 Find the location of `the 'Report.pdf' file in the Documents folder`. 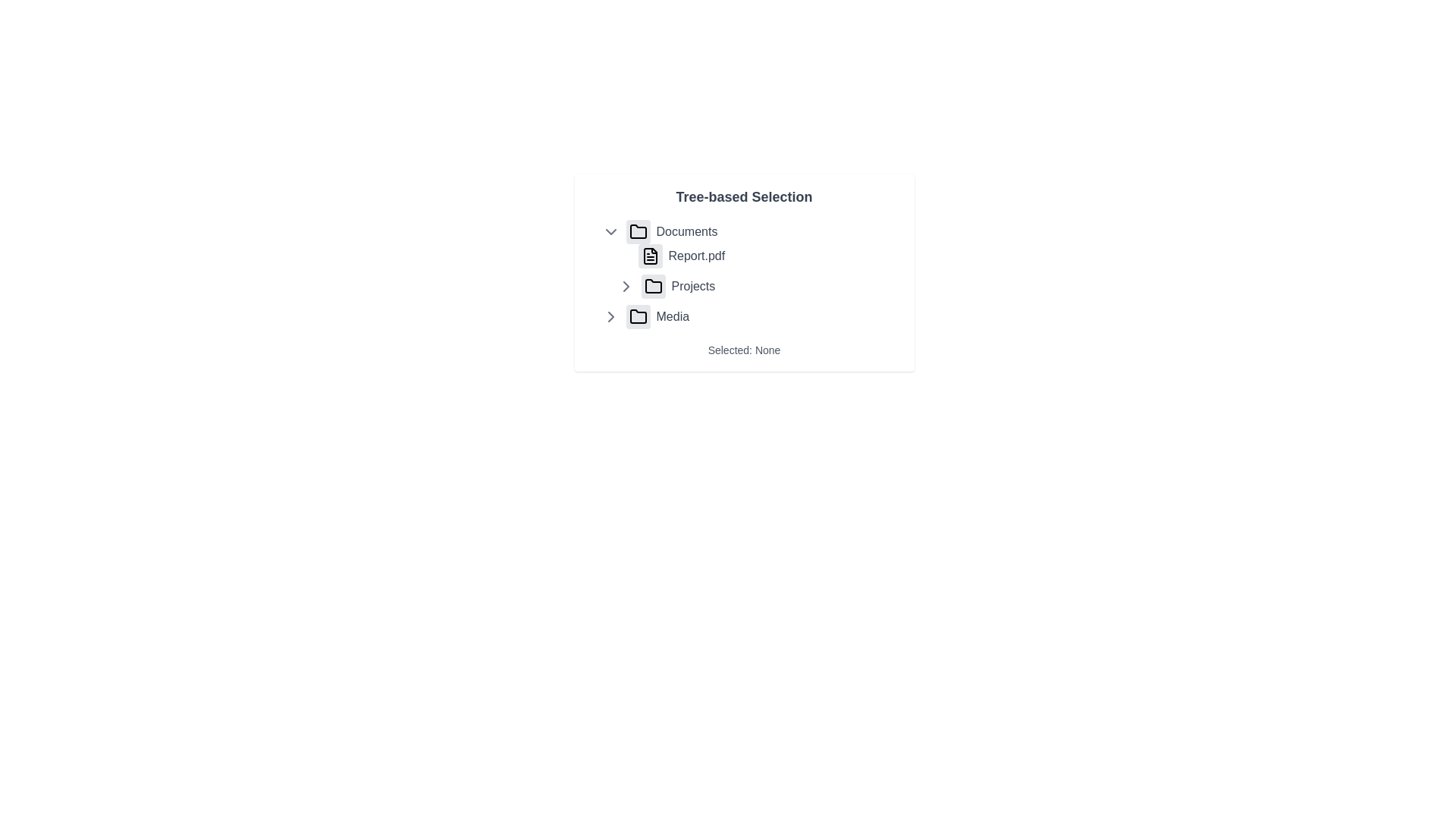

the 'Report.pdf' file in the Documents folder is located at coordinates (752, 259).